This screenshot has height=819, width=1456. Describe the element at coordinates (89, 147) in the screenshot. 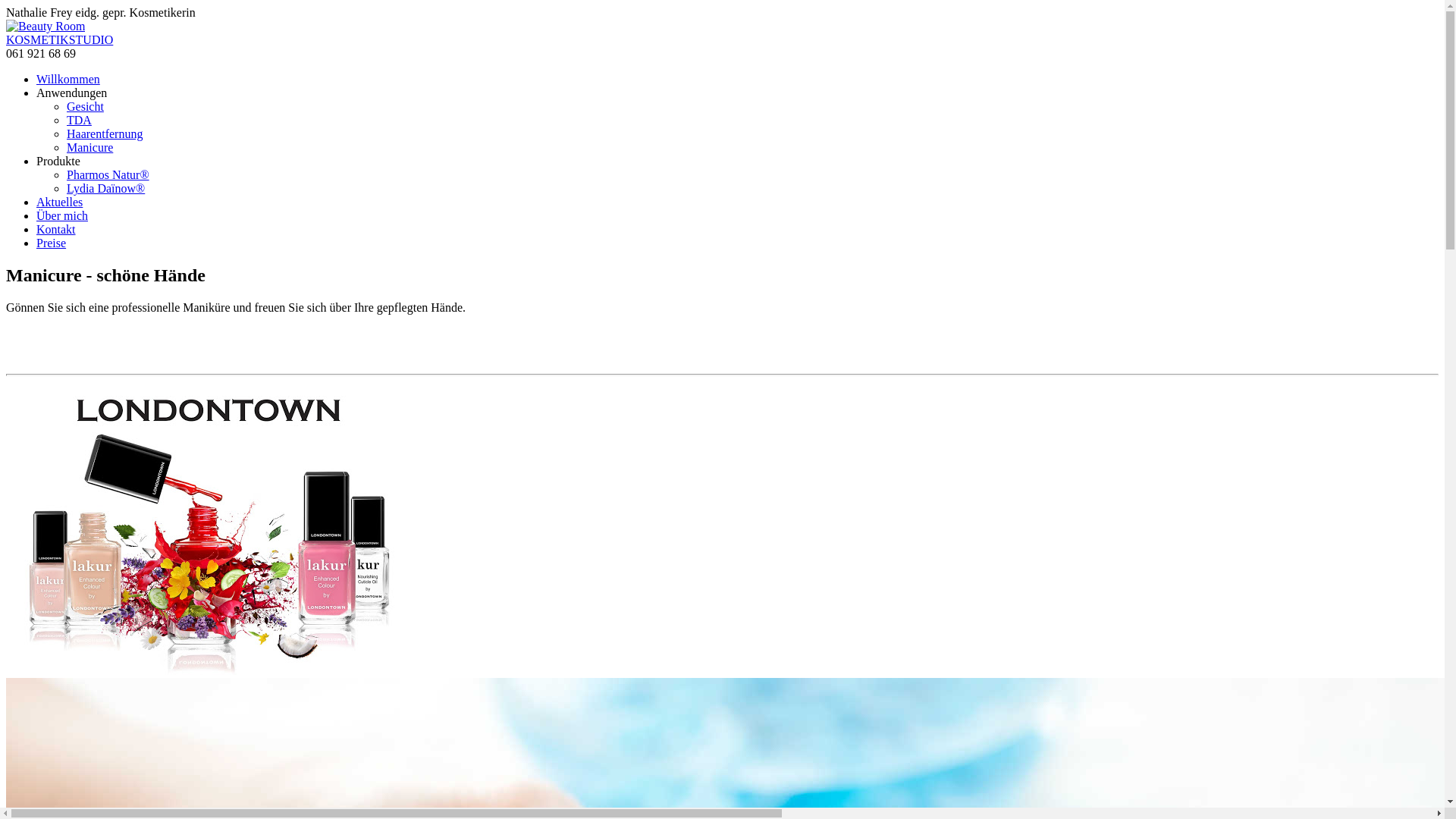

I see `'Manicure'` at that location.